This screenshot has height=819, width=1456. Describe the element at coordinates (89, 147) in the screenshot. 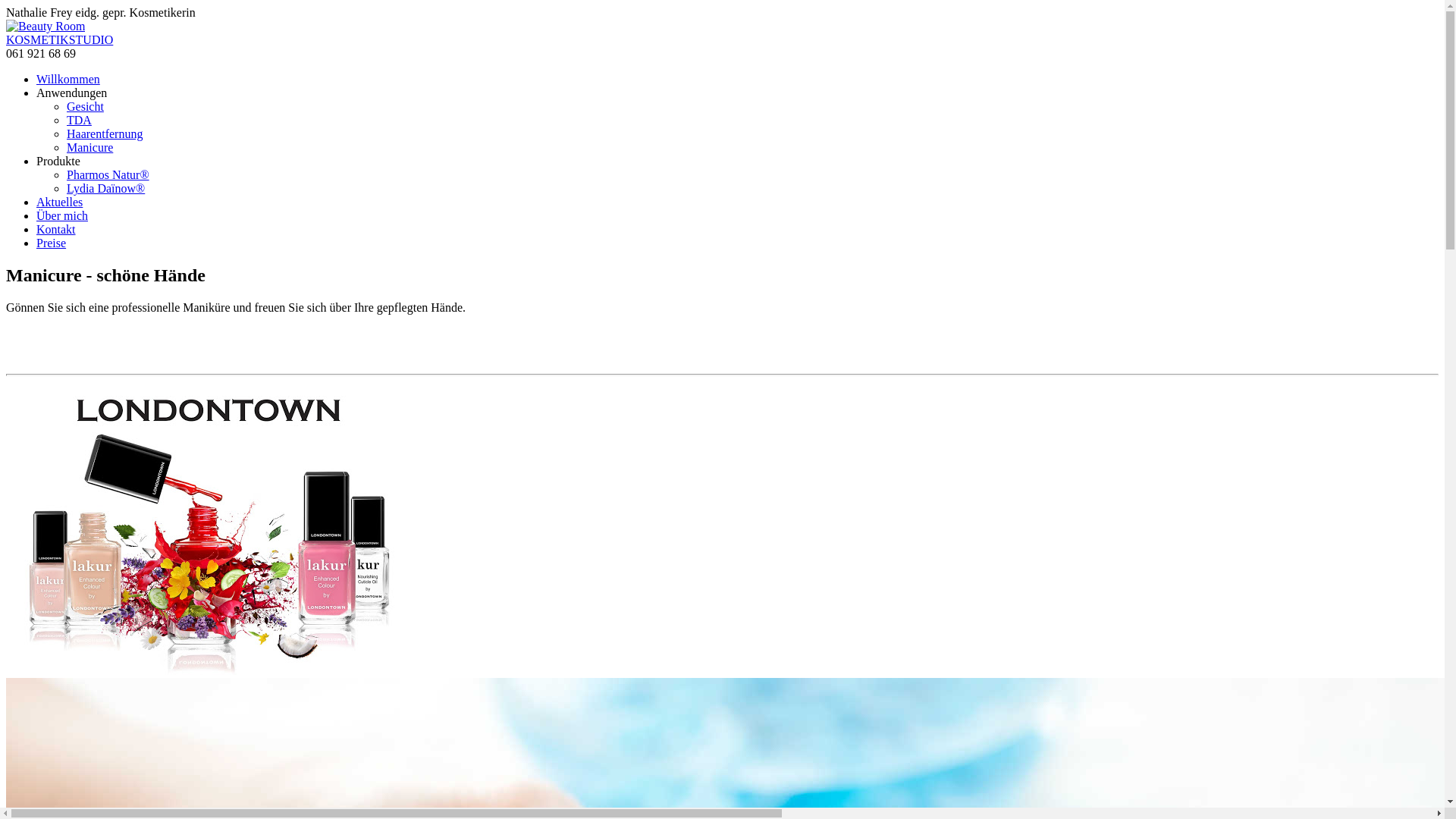

I see `'Manicure'` at that location.